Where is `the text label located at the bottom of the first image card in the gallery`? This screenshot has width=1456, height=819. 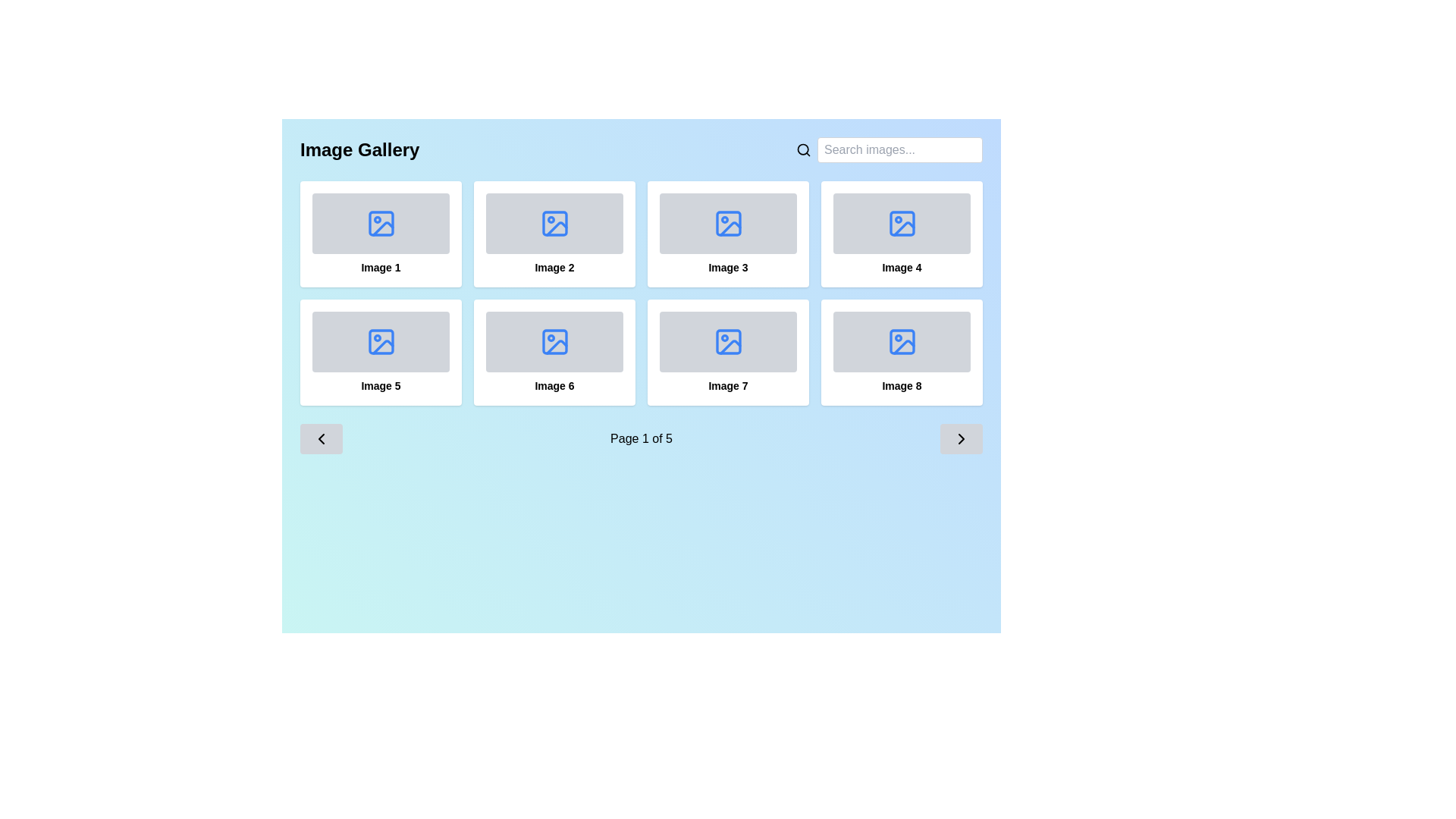 the text label located at the bottom of the first image card in the gallery is located at coordinates (381, 267).